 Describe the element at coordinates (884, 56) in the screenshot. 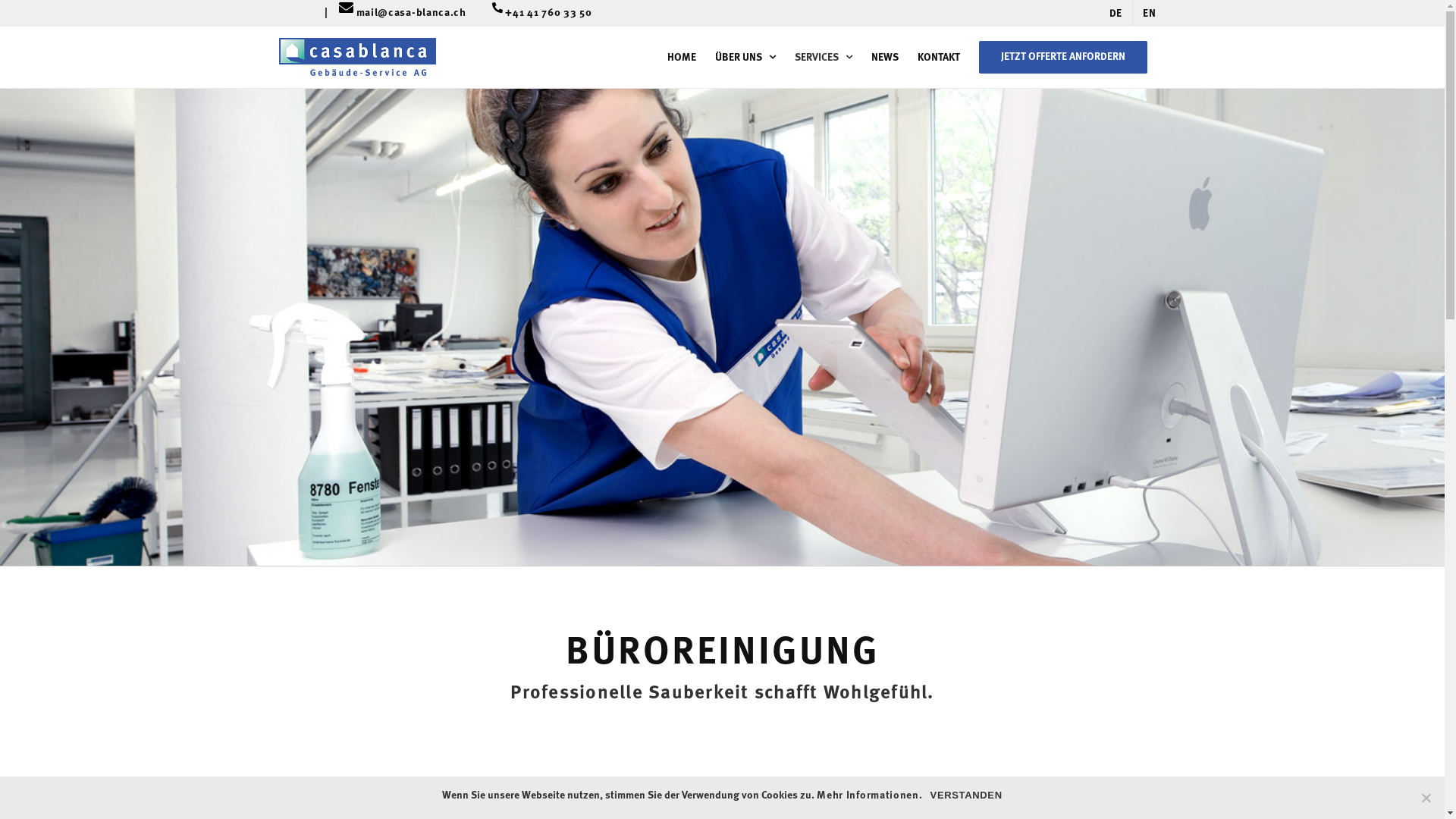

I see `'NEWS'` at that location.